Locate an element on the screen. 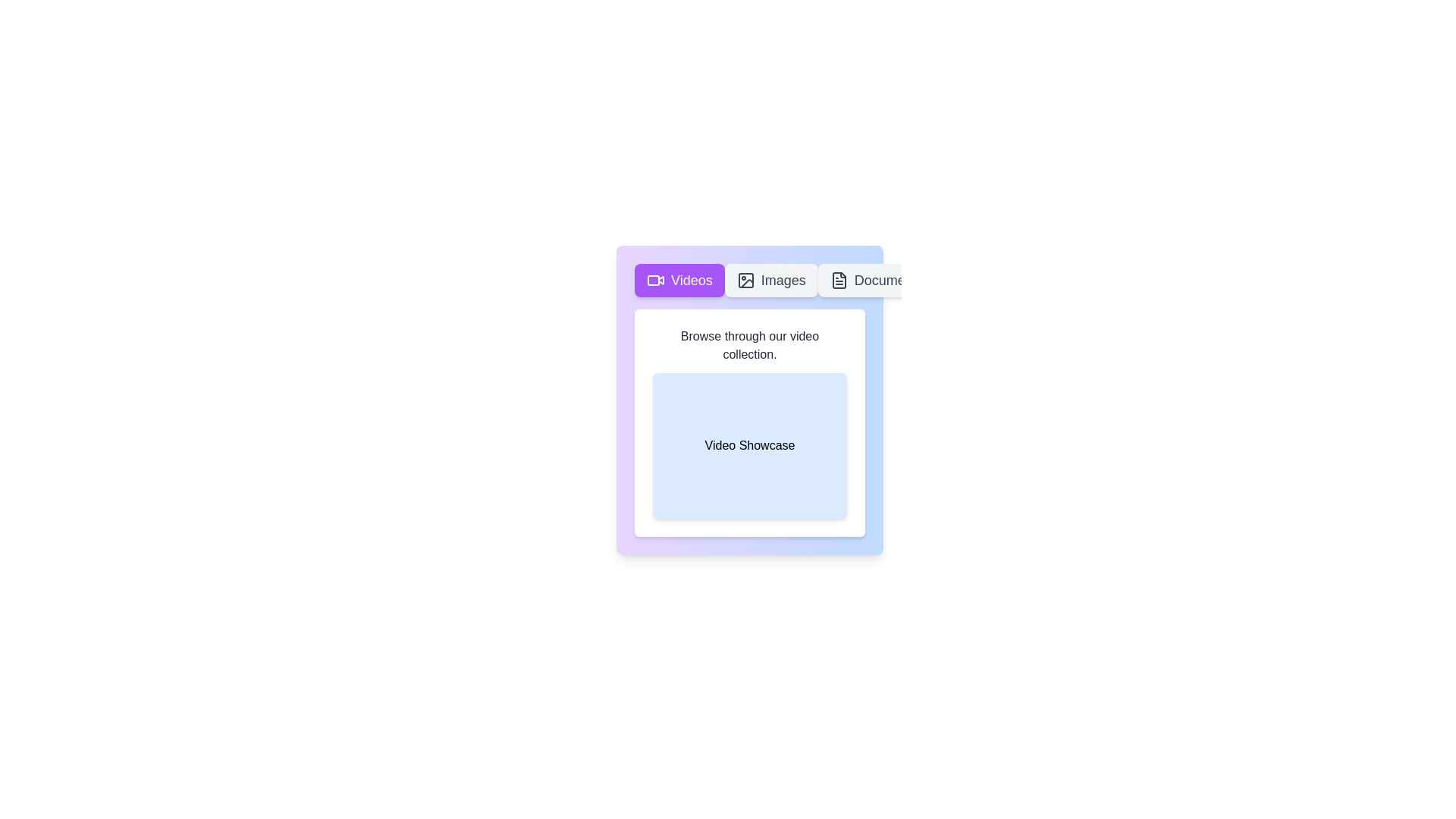 The height and width of the screenshot is (819, 1456). the SVG rectangle with rounded corners that represents the 'Videos' tab, located at the uppermost part of the interface is located at coordinates (654, 281).